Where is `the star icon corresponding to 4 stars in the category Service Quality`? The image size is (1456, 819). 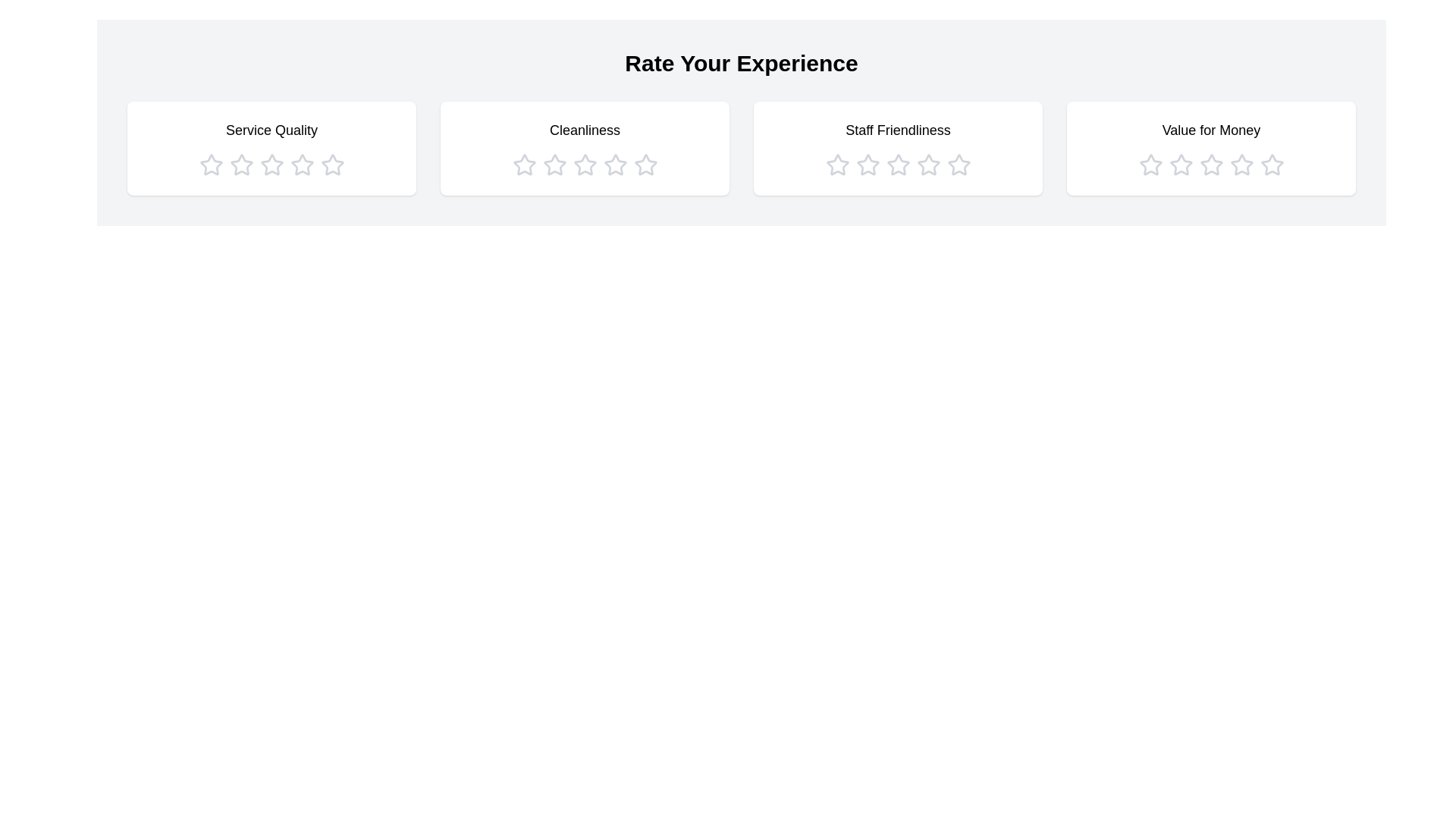 the star icon corresponding to 4 stars in the category Service Quality is located at coordinates (302, 165).